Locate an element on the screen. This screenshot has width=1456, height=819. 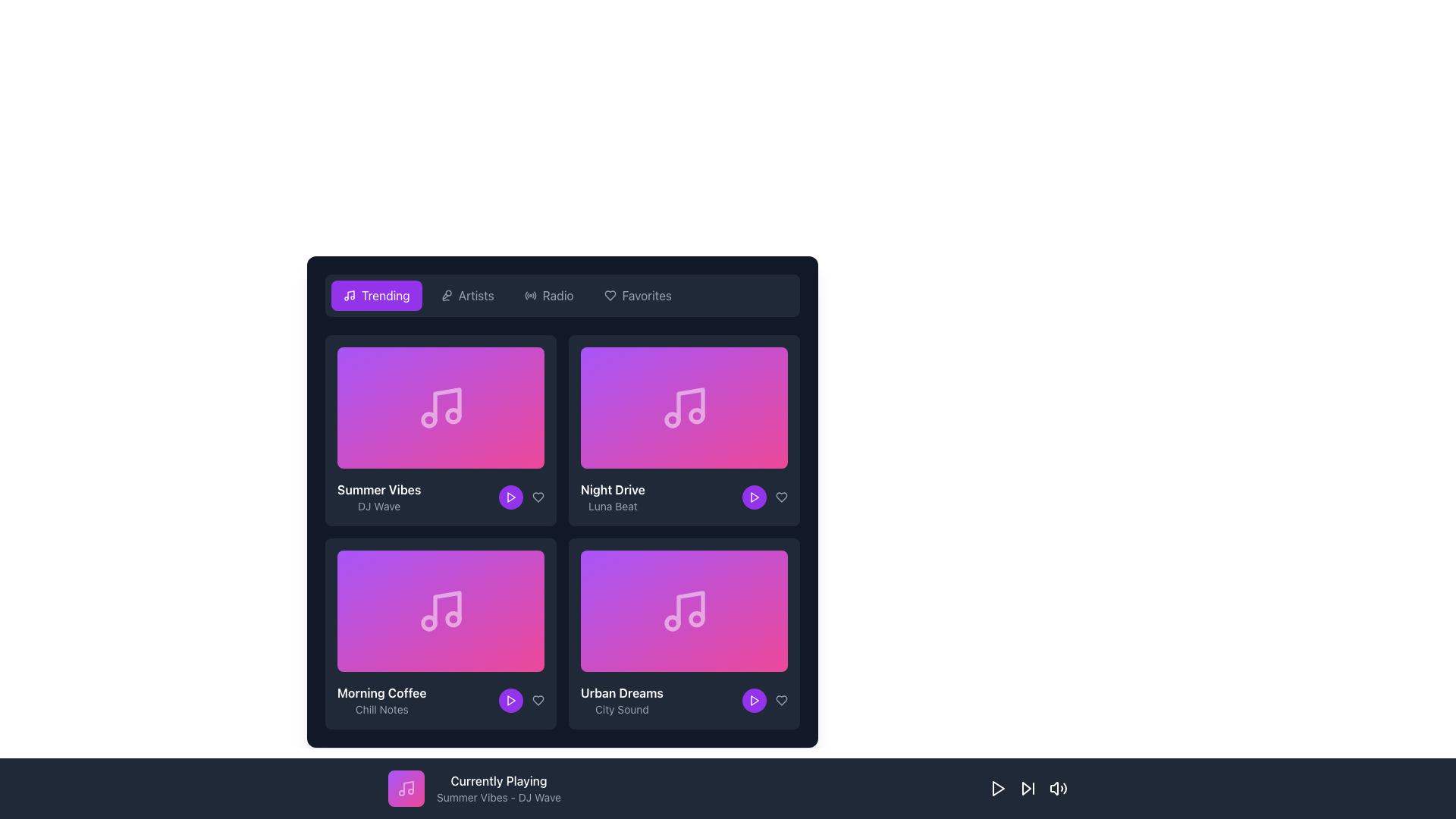
the play button located in the 'Night Drive' section, which is the second music card in the top row of the grid layout, to observe visual feedback is located at coordinates (764, 497).